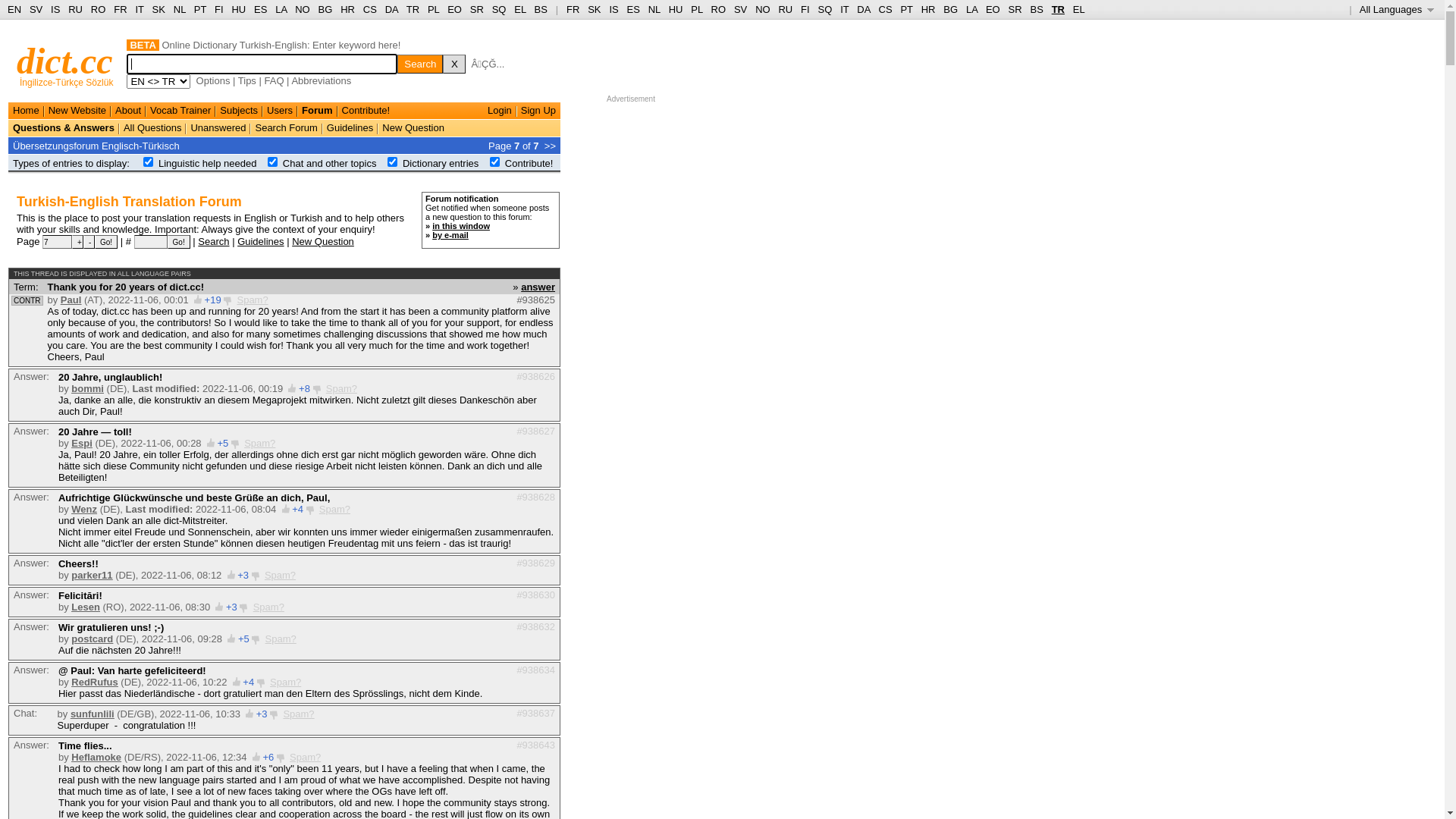  What do you see at coordinates (86, 388) in the screenshot?
I see `'bommi'` at bounding box center [86, 388].